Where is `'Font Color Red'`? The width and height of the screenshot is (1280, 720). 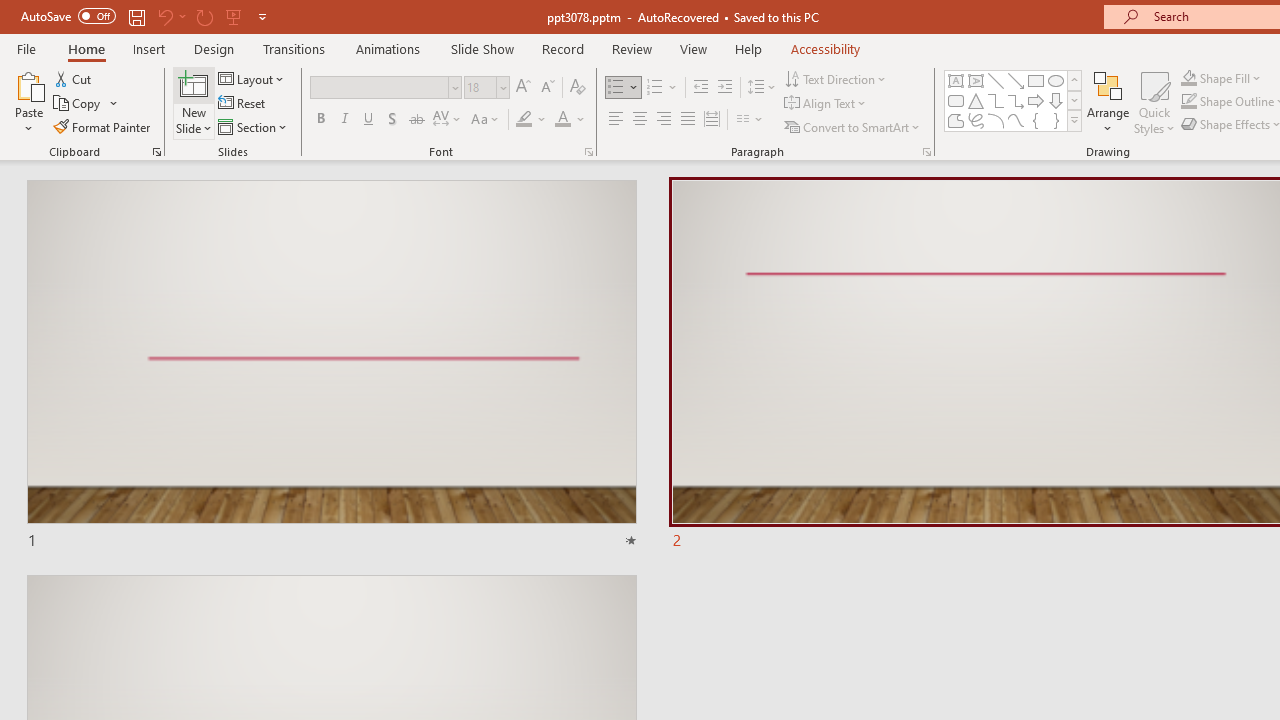
'Font Color Red' is located at coordinates (561, 119).